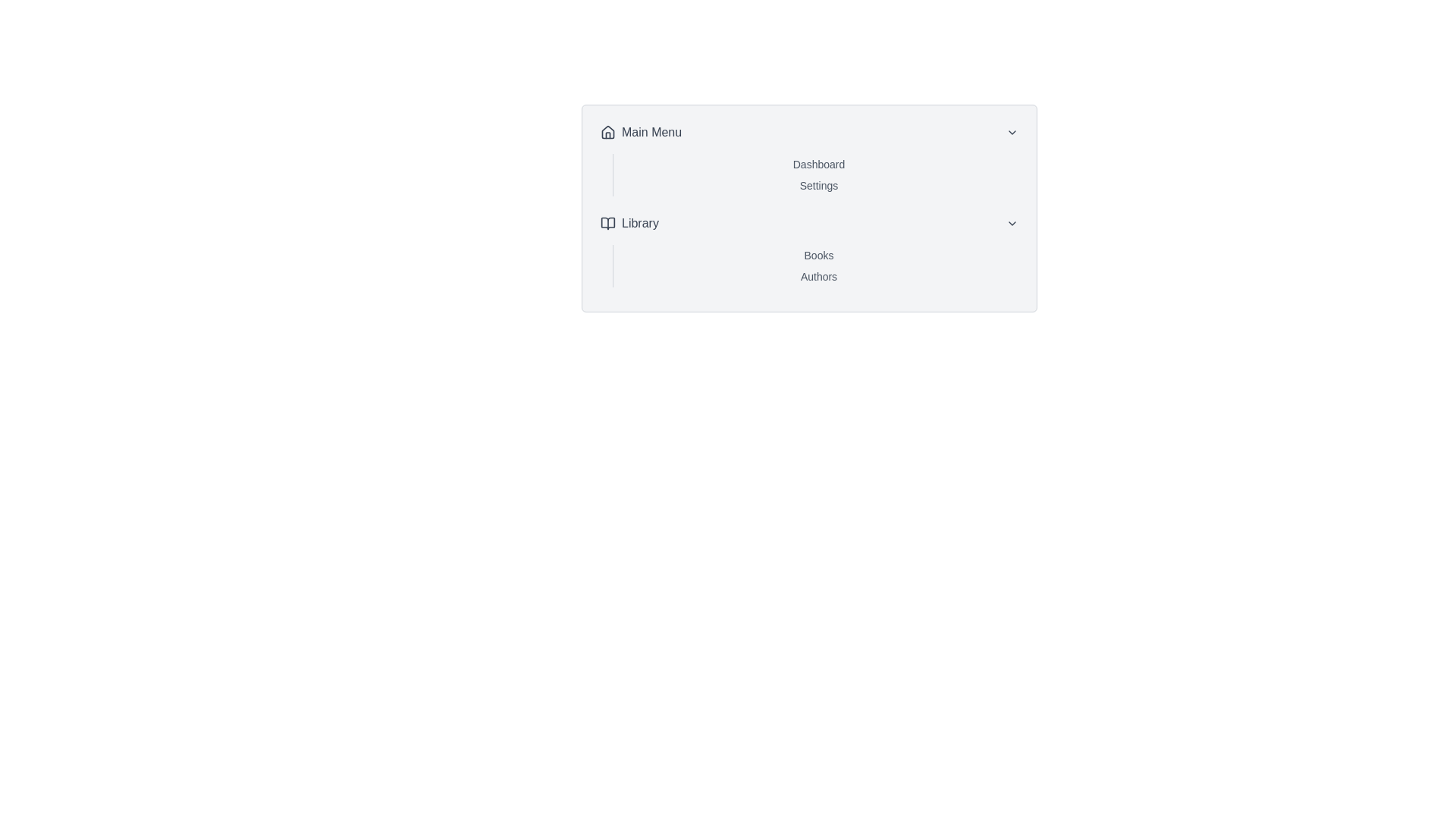  I want to click on the subsections within the Menu Grouping, which is a rectangular element with a light gray background and dark gray outline, containing 'Main Menu' and 'Library' items, so click(808, 208).